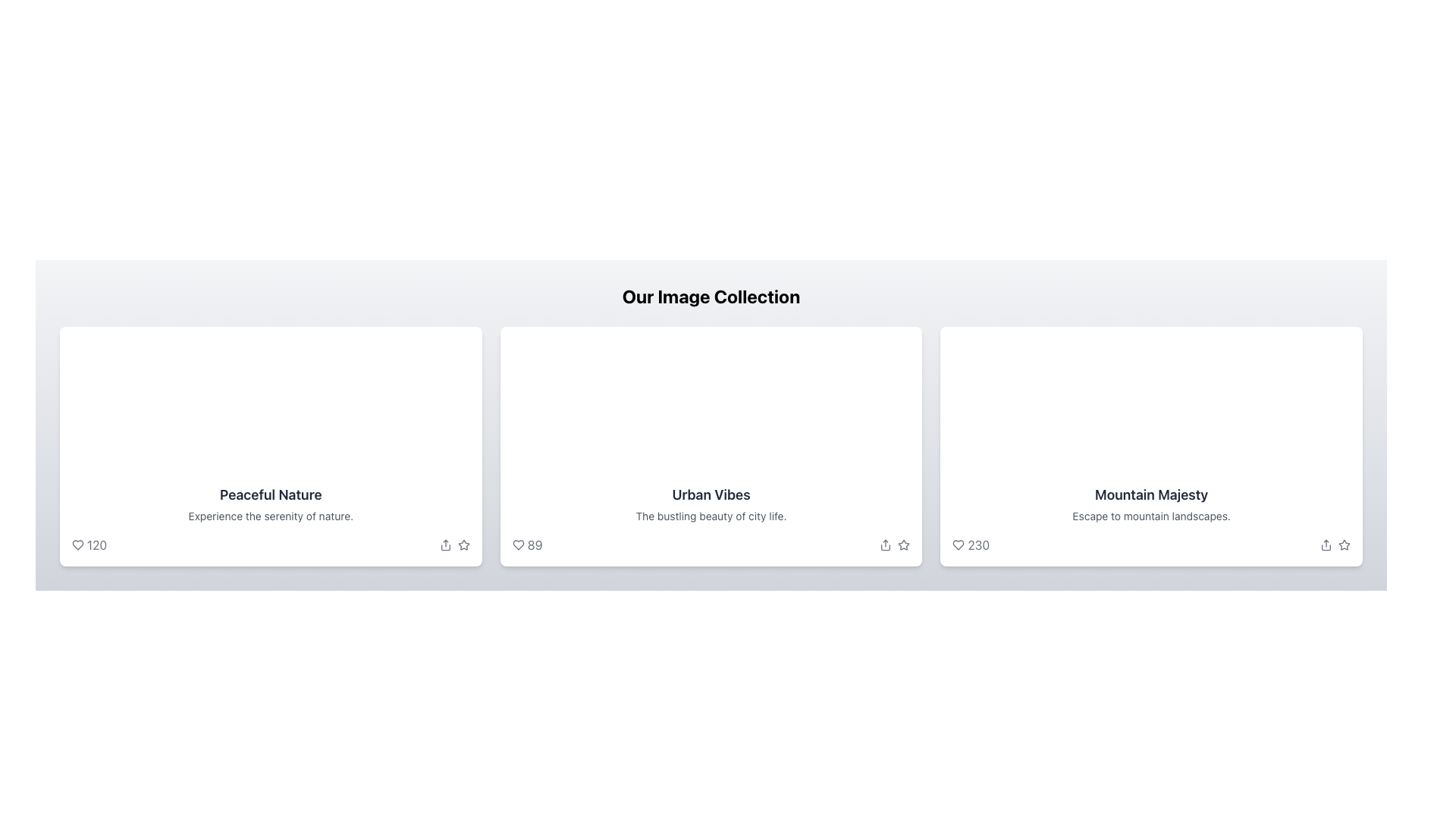  Describe the element at coordinates (77, 544) in the screenshot. I see `the heart-shaped icon in the lower-left corner of the 'Peaceful Nature' card, which is adjacent to the number '120'` at that location.